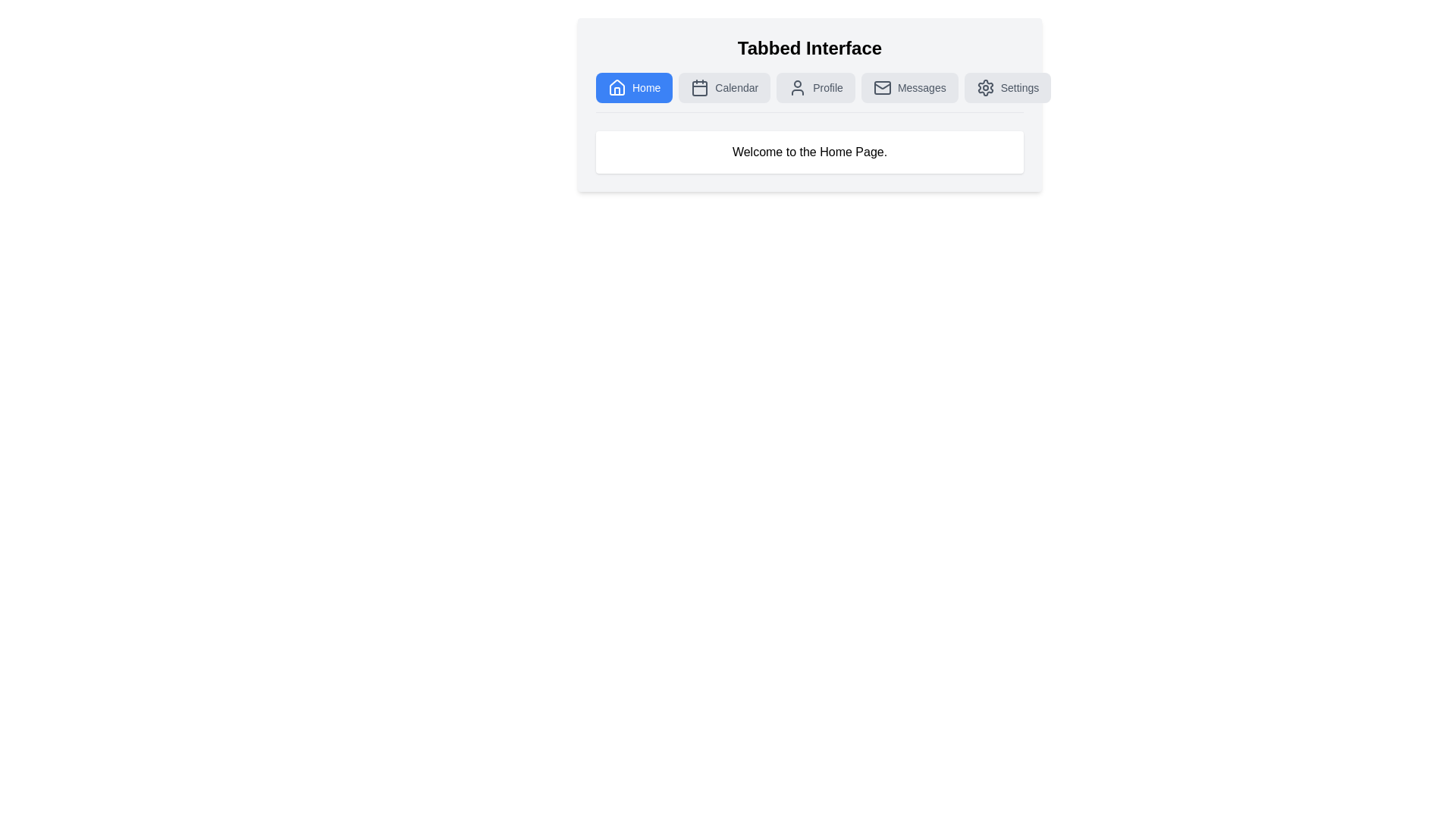 The height and width of the screenshot is (819, 1456). I want to click on light gray rectangular shape within the envelope icon in the 'Messages' tab using developer tools, so click(882, 87).